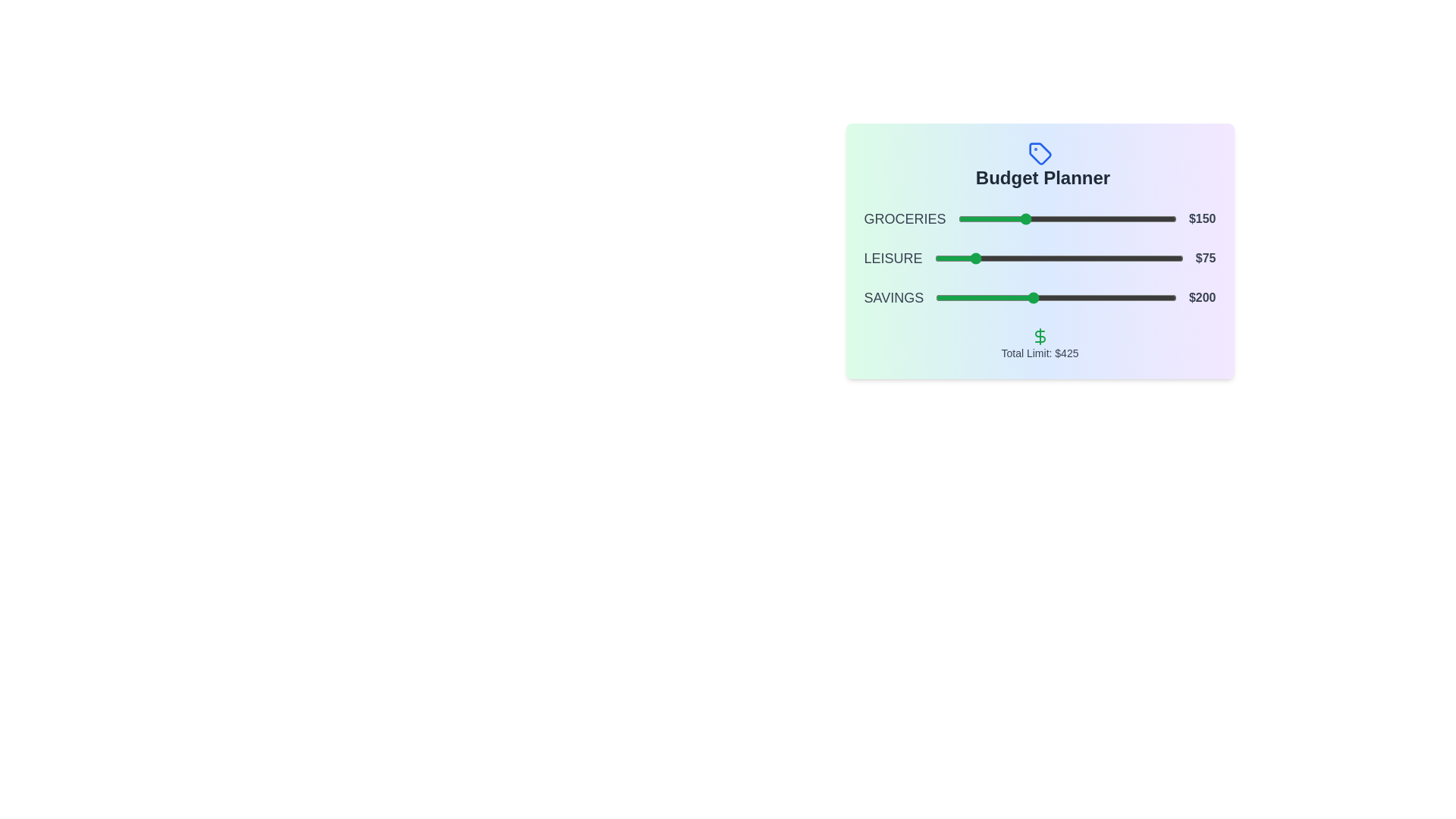 This screenshot has height=819, width=1456. Describe the element at coordinates (975, 219) in the screenshot. I see `the slider for 0 to 40` at that location.